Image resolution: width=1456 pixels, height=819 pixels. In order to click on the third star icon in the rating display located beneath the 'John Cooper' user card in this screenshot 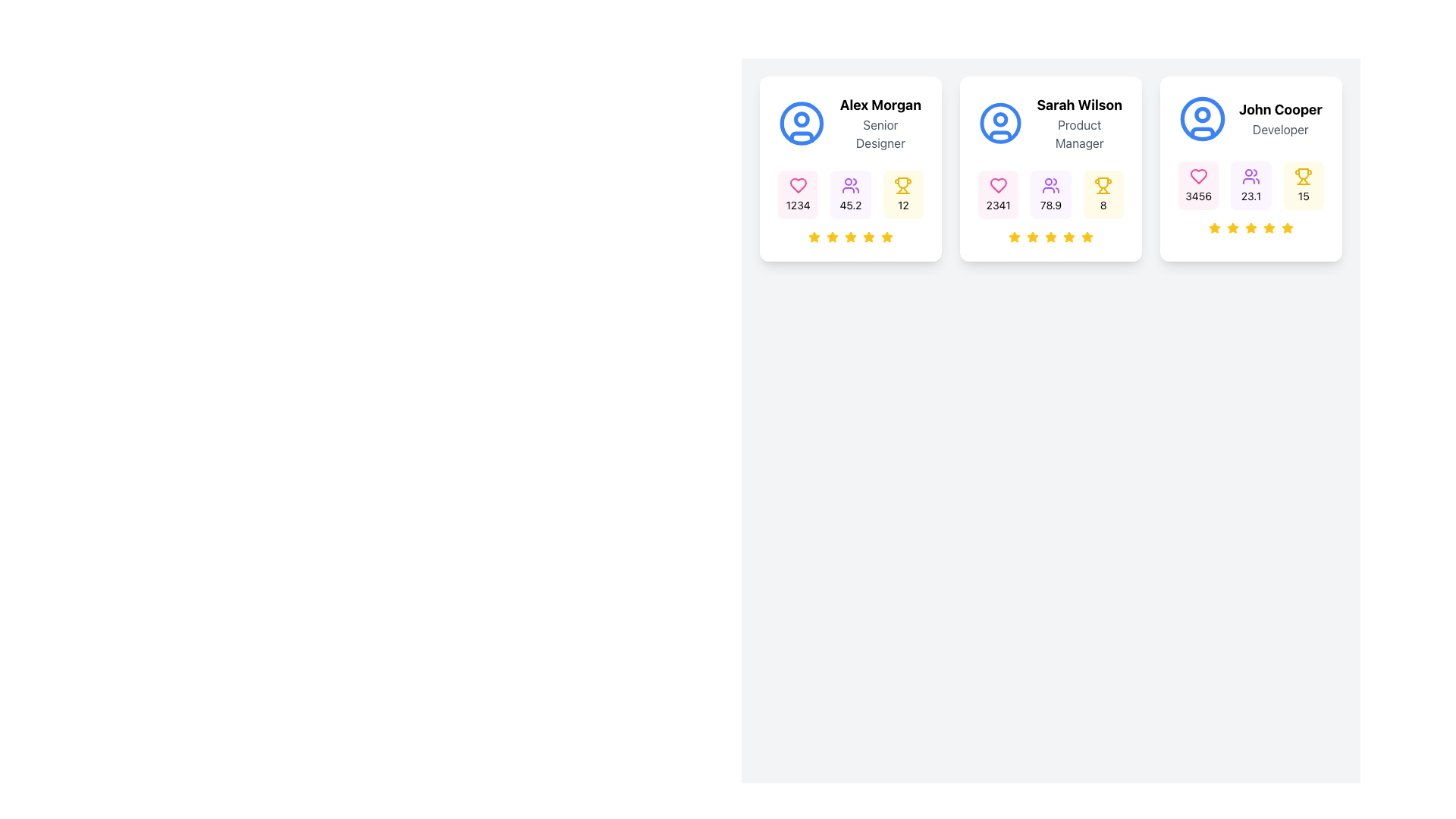, I will do `click(1233, 227)`.